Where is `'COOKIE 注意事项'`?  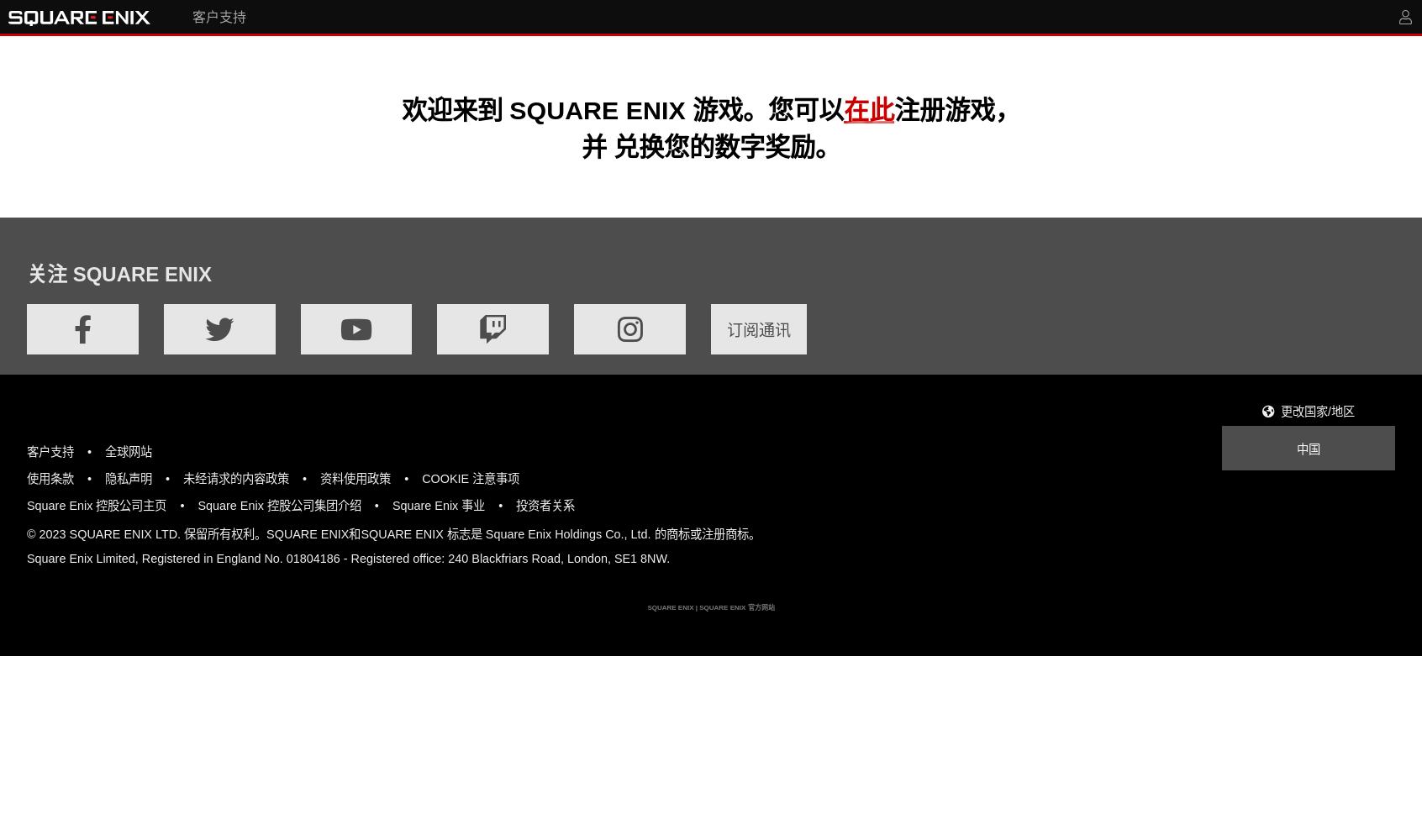
'COOKIE 注意事项' is located at coordinates (471, 478).